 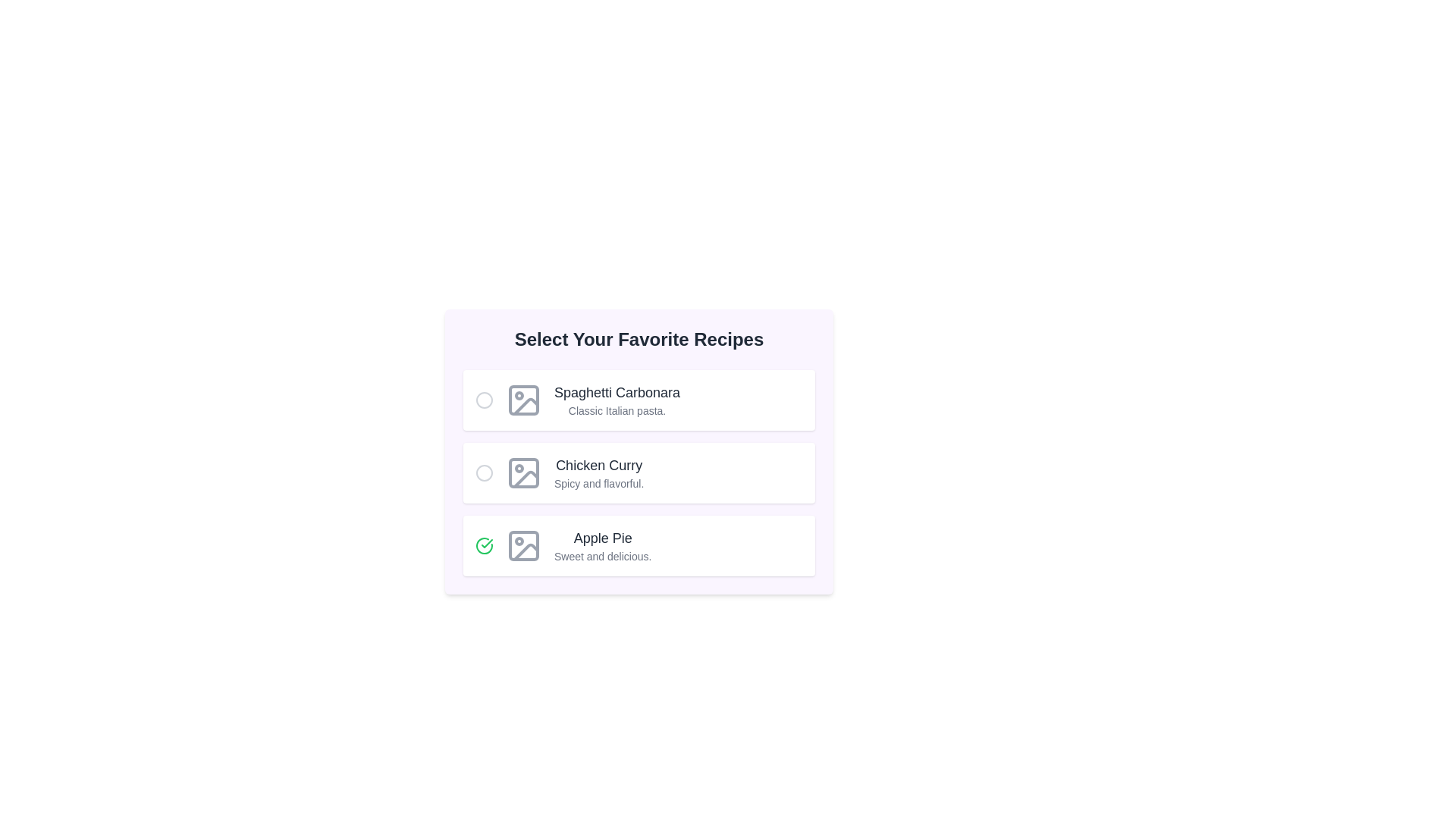 What do you see at coordinates (483, 400) in the screenshot?
I see `the recipe identified by its name Spaghetti Carbonara` at bounding box center [483, 400].